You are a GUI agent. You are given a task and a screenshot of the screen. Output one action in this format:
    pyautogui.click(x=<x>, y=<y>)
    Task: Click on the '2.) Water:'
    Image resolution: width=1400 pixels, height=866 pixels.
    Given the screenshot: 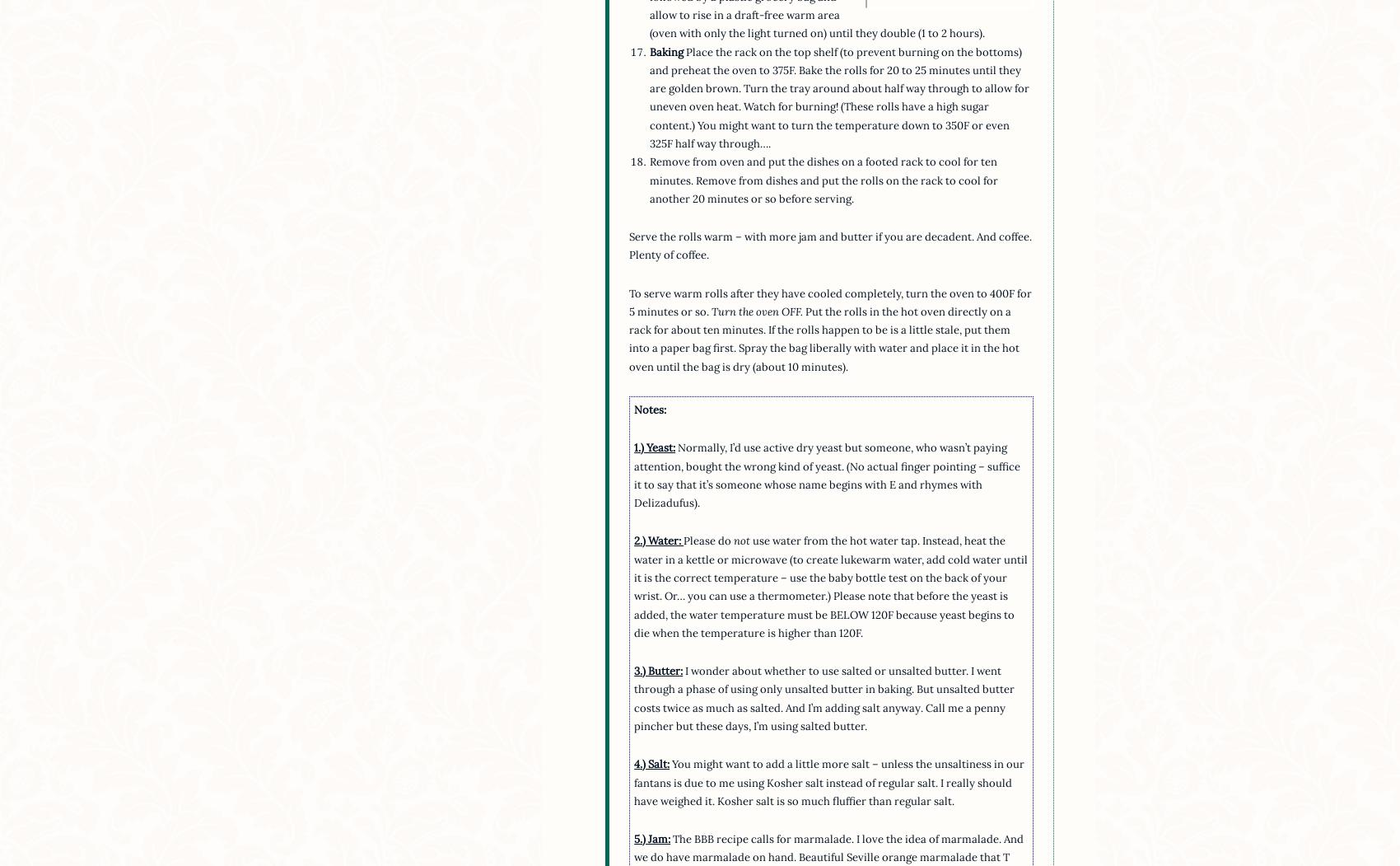 What is the action you would take?
    pyautogui.click(x=658, y=541)
    